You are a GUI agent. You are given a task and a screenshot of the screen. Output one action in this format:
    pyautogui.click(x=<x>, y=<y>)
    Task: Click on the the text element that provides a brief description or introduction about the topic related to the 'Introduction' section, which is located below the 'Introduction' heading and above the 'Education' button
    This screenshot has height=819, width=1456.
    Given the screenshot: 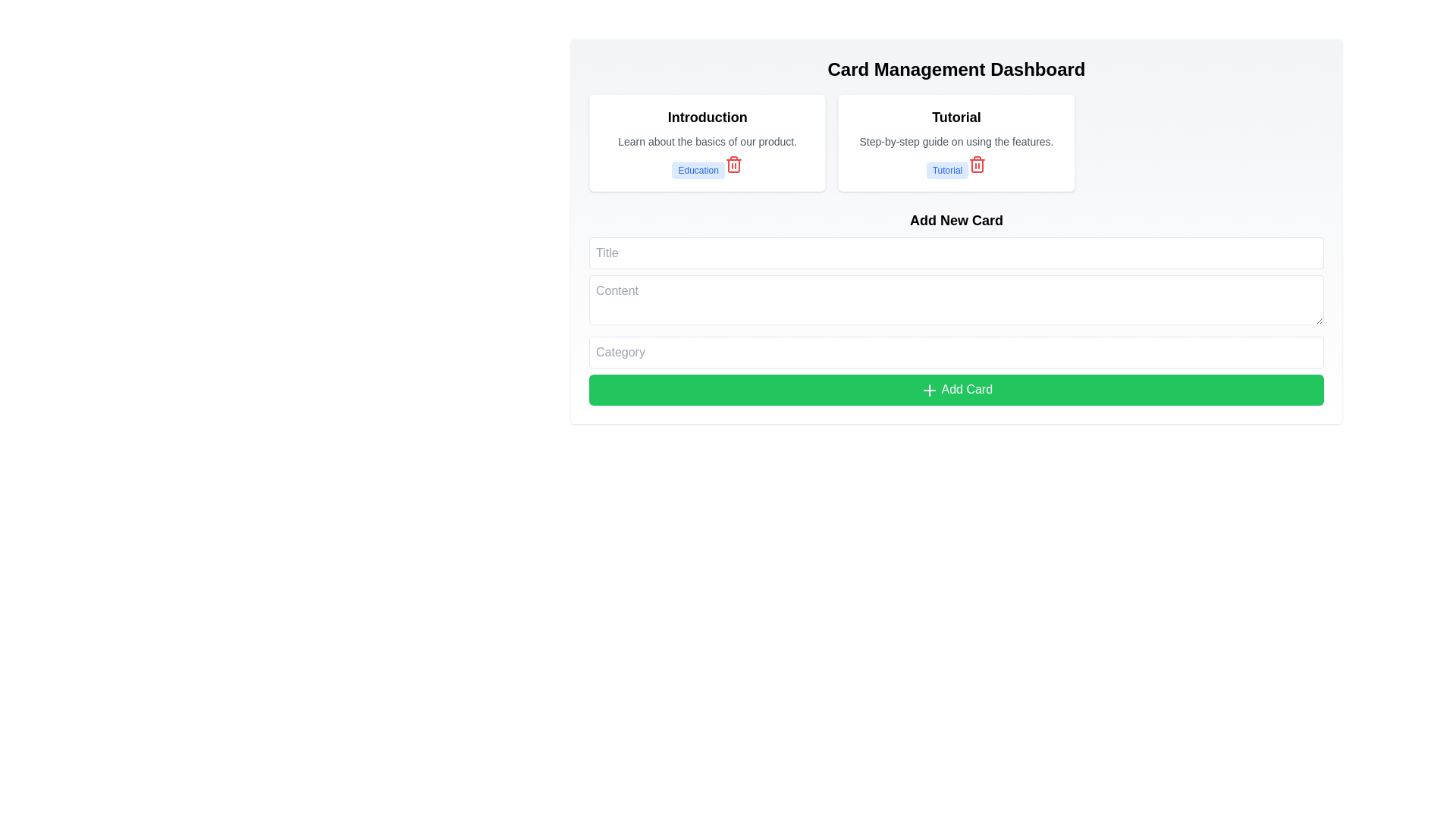 What is the action you would take?
    pyautogui.click(x=707, y=141)
    